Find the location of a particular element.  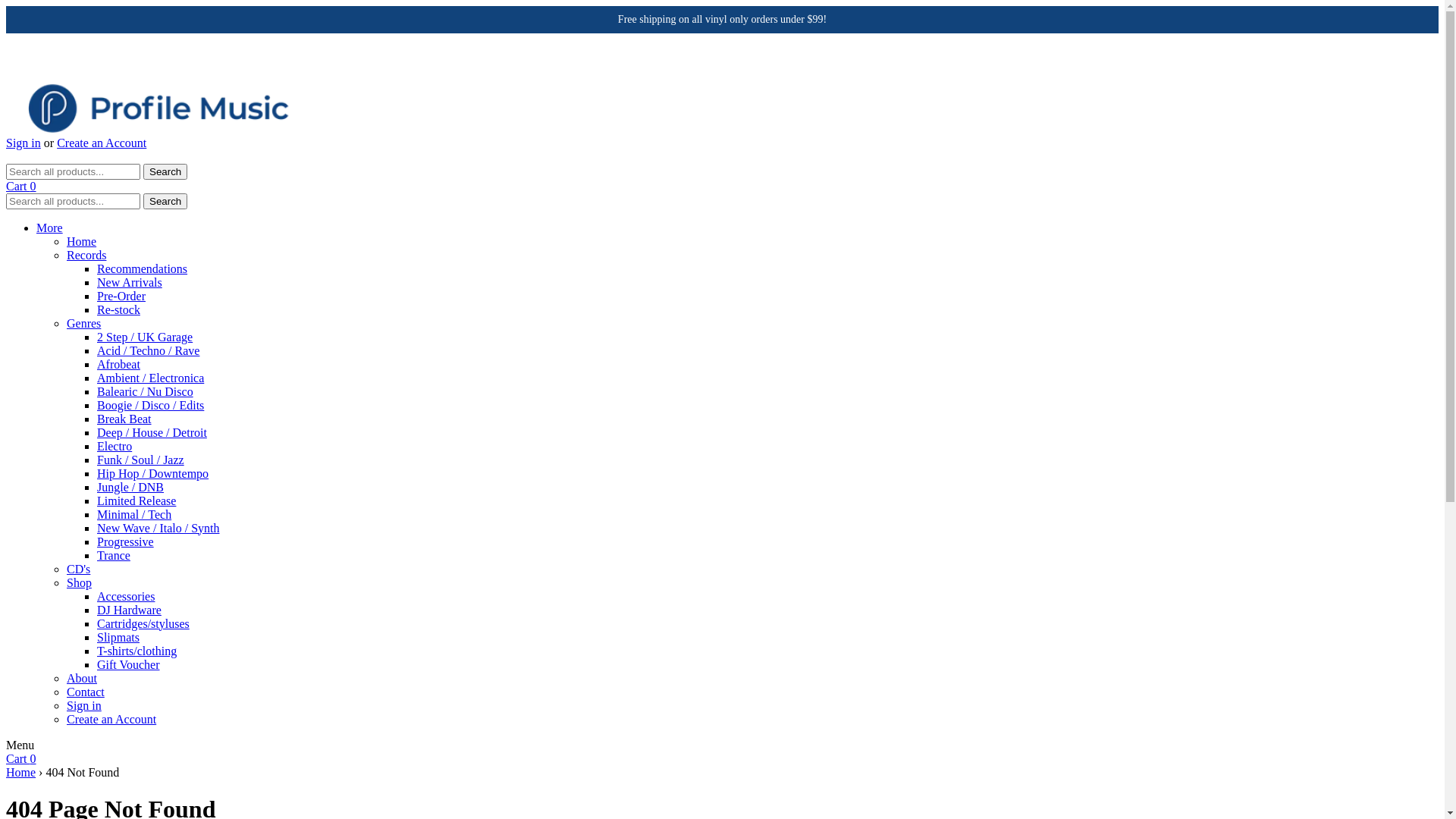

'Slipmats' is located at coordinates (96, 637).